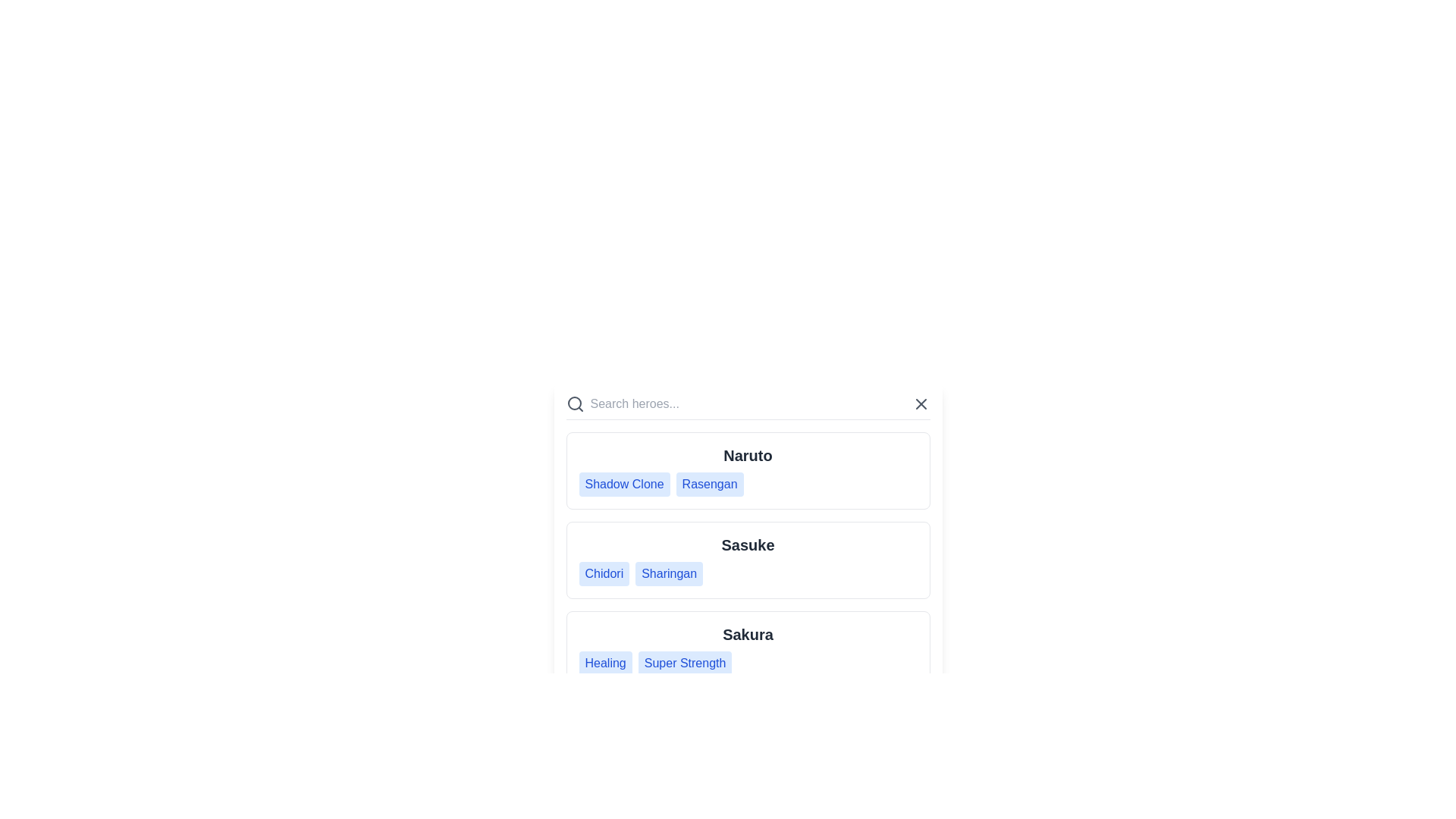 The width and height of the screenshot is (1456, 819). I want to click on the search icon located on the left side of the search bar, so click(574, 403).